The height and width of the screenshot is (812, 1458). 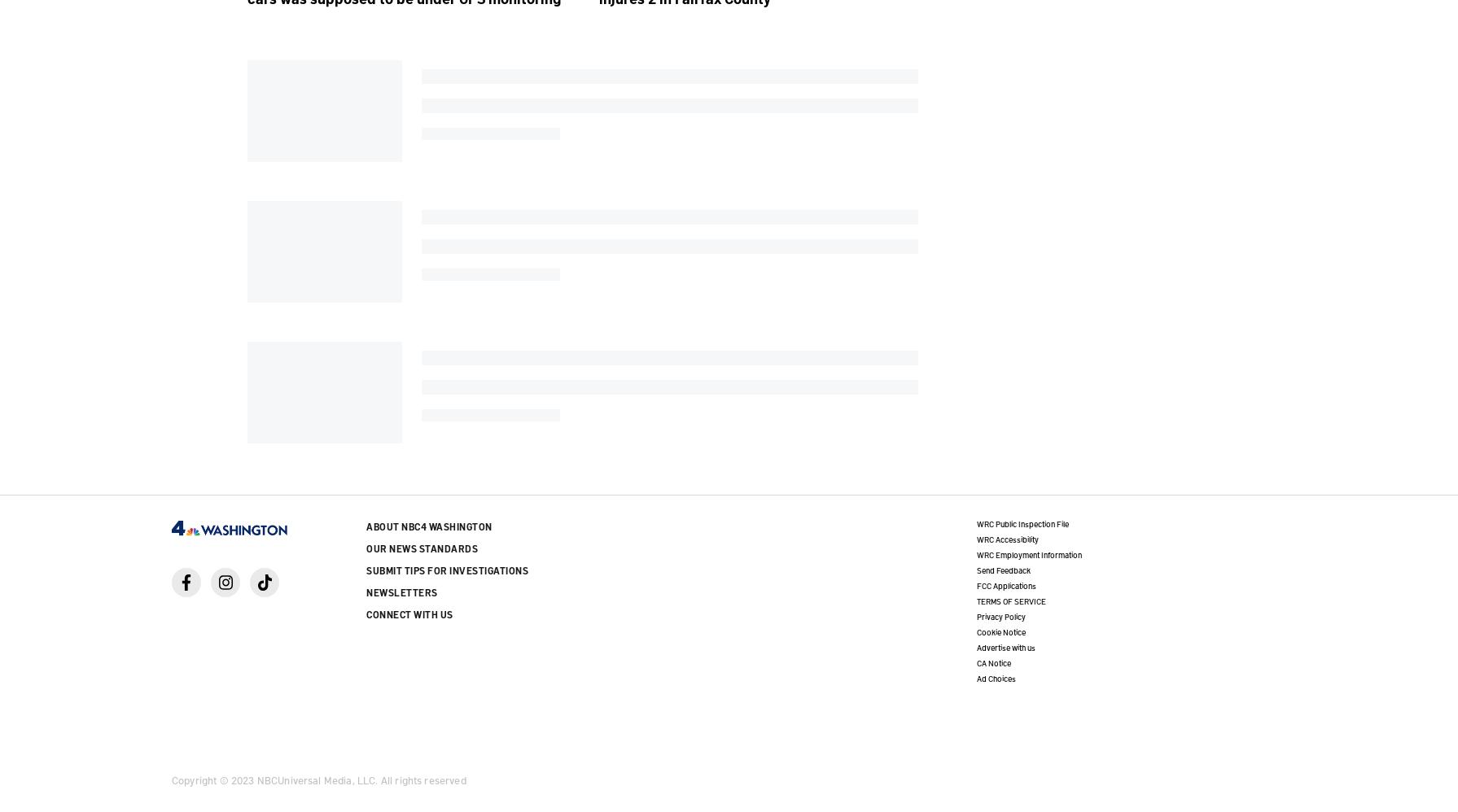 What do you see at coordinates (447, 569) in the screenshot?
I see `'Submit Tips for Investigations'` at bounding box center [447, 569].